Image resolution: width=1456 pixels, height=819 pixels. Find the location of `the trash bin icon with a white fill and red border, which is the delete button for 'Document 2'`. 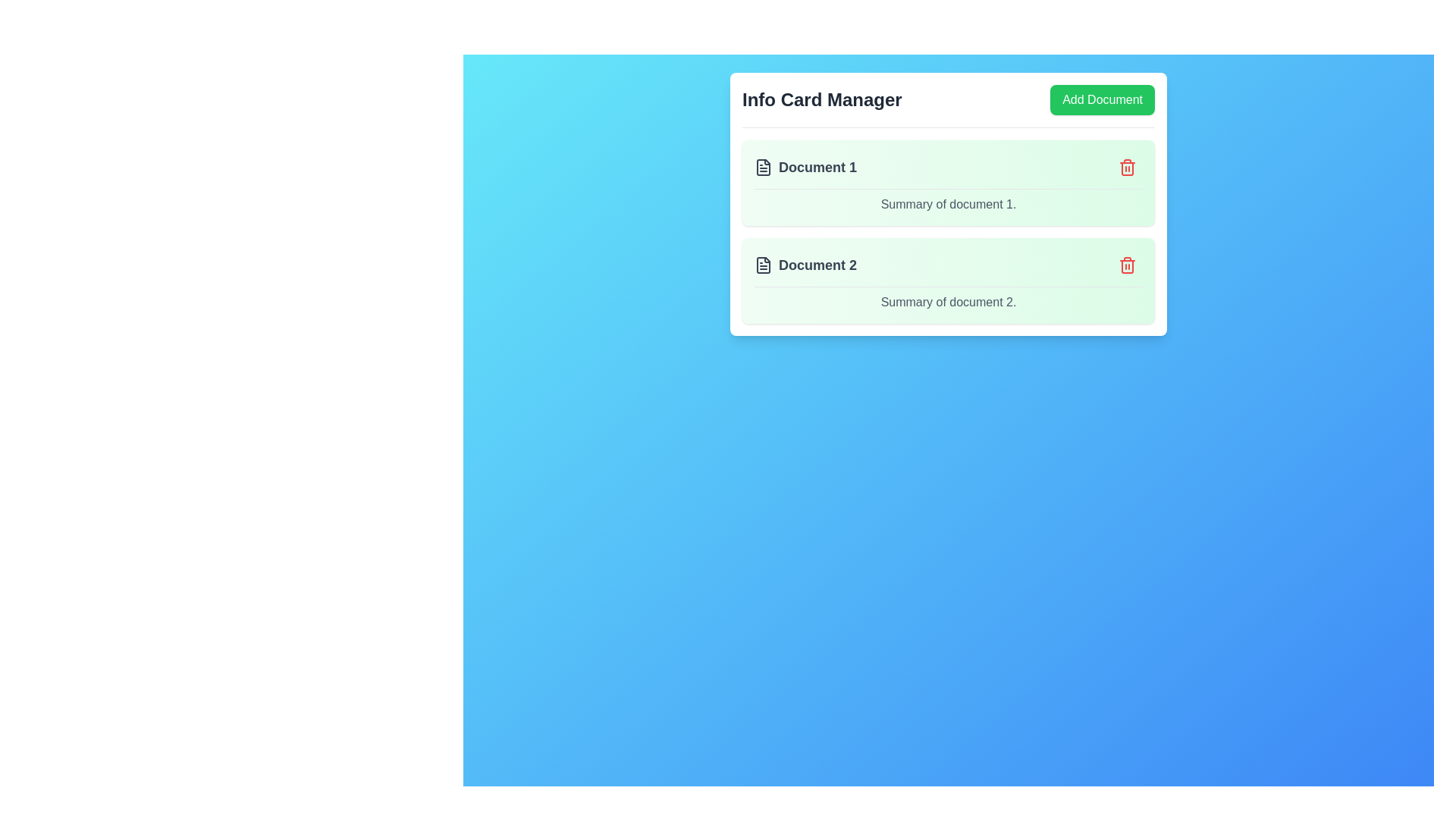

the trash bin icon with a white fill and red border, which is the delete button for 'Document 2' is located at coordinates (1128, 265).